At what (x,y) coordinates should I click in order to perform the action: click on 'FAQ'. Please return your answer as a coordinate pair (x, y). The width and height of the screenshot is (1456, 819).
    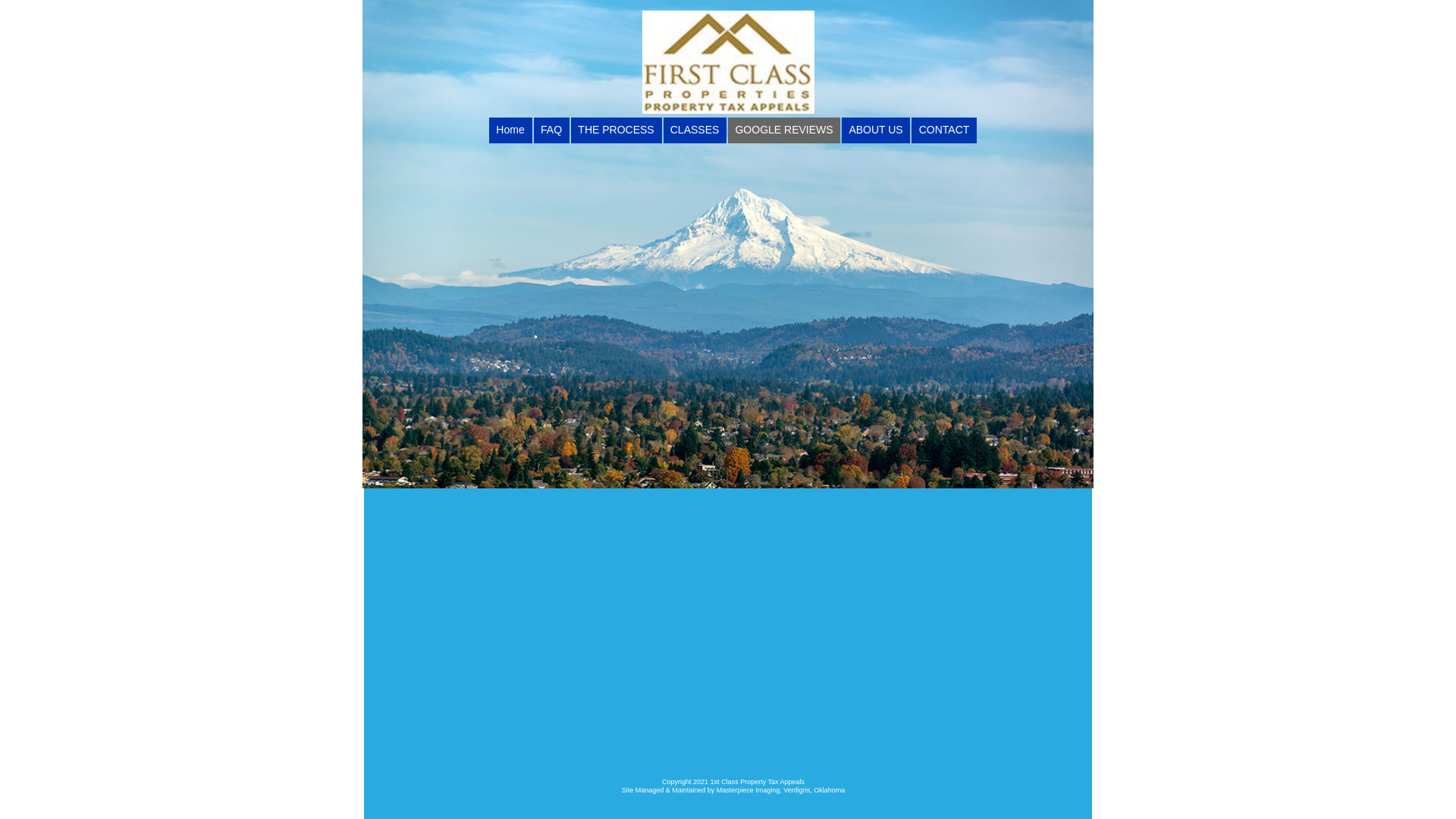
    Looking at the image, I should click on (551, 130).